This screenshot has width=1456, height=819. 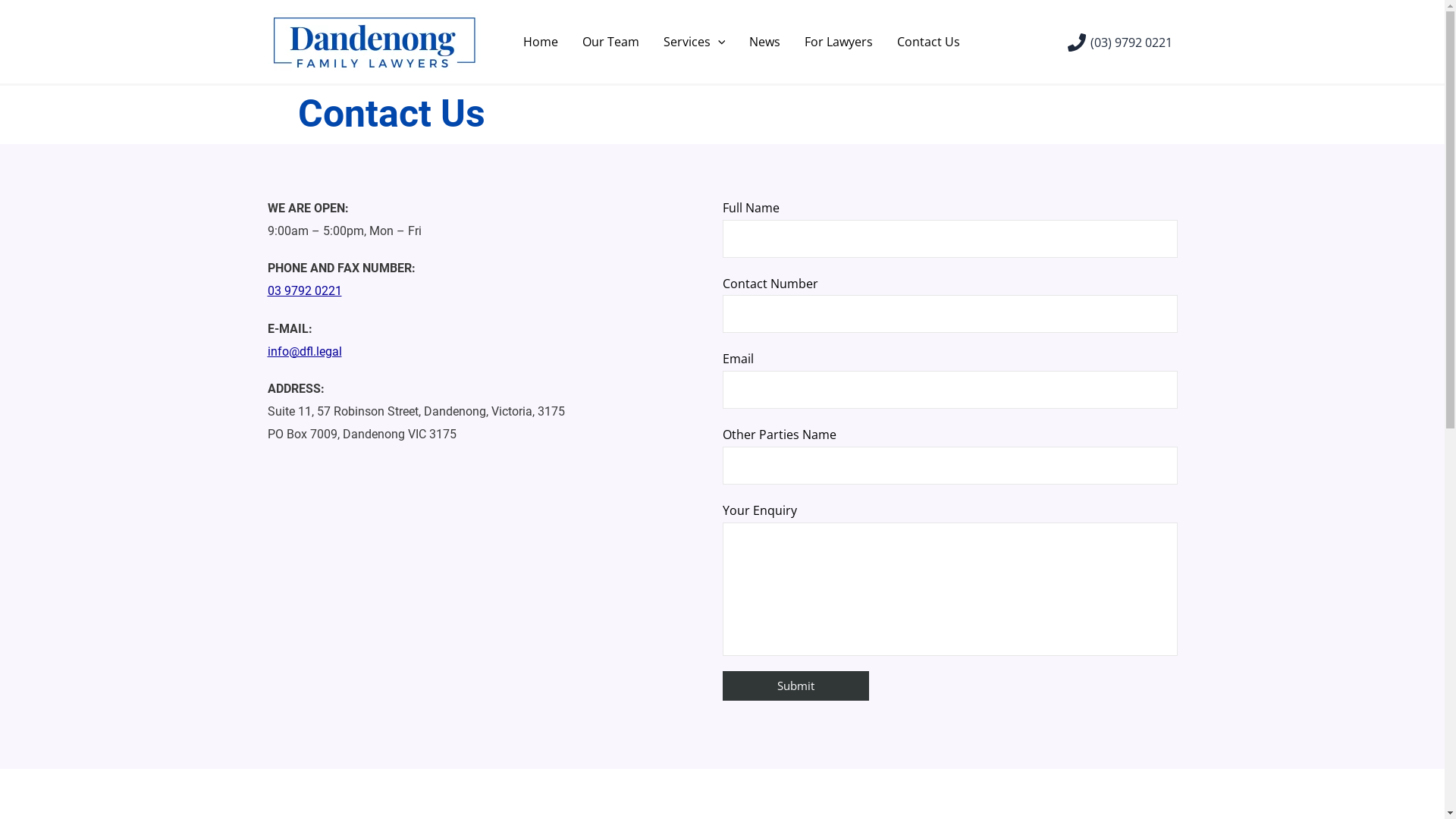 What do you see at coordinates (1120, 42) in the screenshot?
I see `'(03) 9792 0221'` at bounding box center [1120, 42].